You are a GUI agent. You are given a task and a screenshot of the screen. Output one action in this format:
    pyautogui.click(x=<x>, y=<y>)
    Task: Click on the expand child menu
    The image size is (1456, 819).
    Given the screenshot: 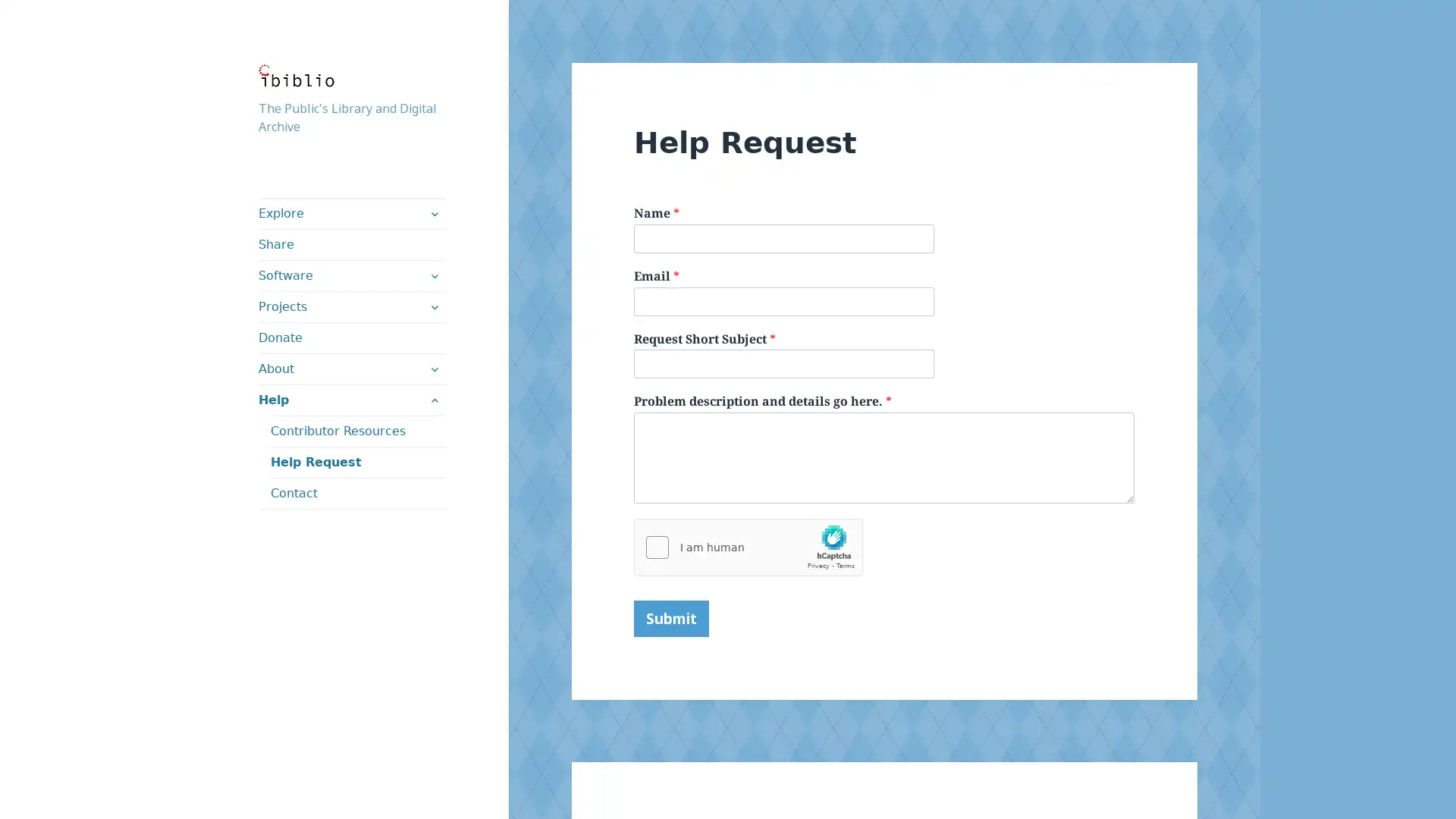 What is the action you would take?
    pyautogui.click(x=432, y=369)
    